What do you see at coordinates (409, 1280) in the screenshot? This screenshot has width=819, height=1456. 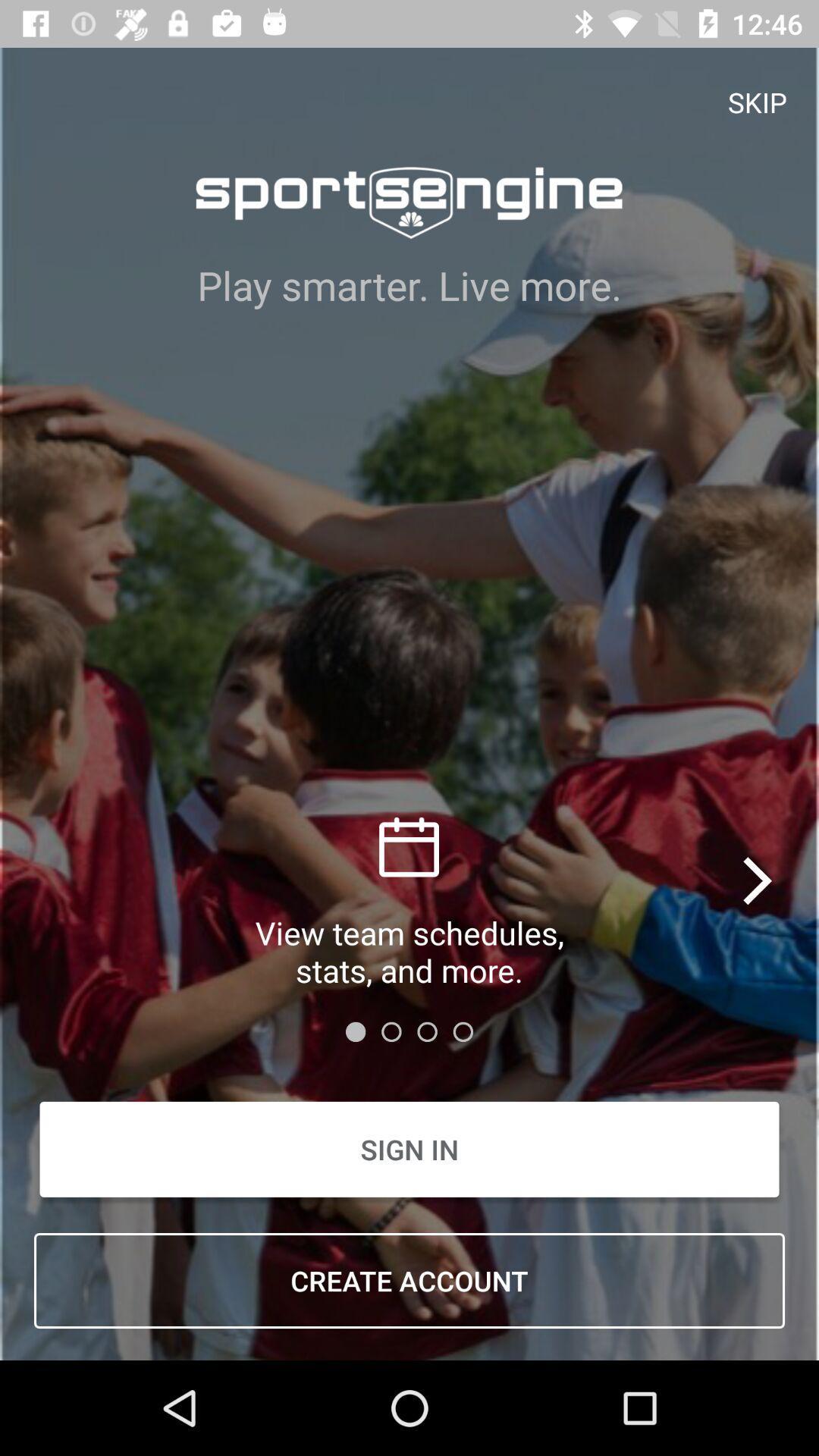 I see `create account item` at bounding box center [409, 1280].